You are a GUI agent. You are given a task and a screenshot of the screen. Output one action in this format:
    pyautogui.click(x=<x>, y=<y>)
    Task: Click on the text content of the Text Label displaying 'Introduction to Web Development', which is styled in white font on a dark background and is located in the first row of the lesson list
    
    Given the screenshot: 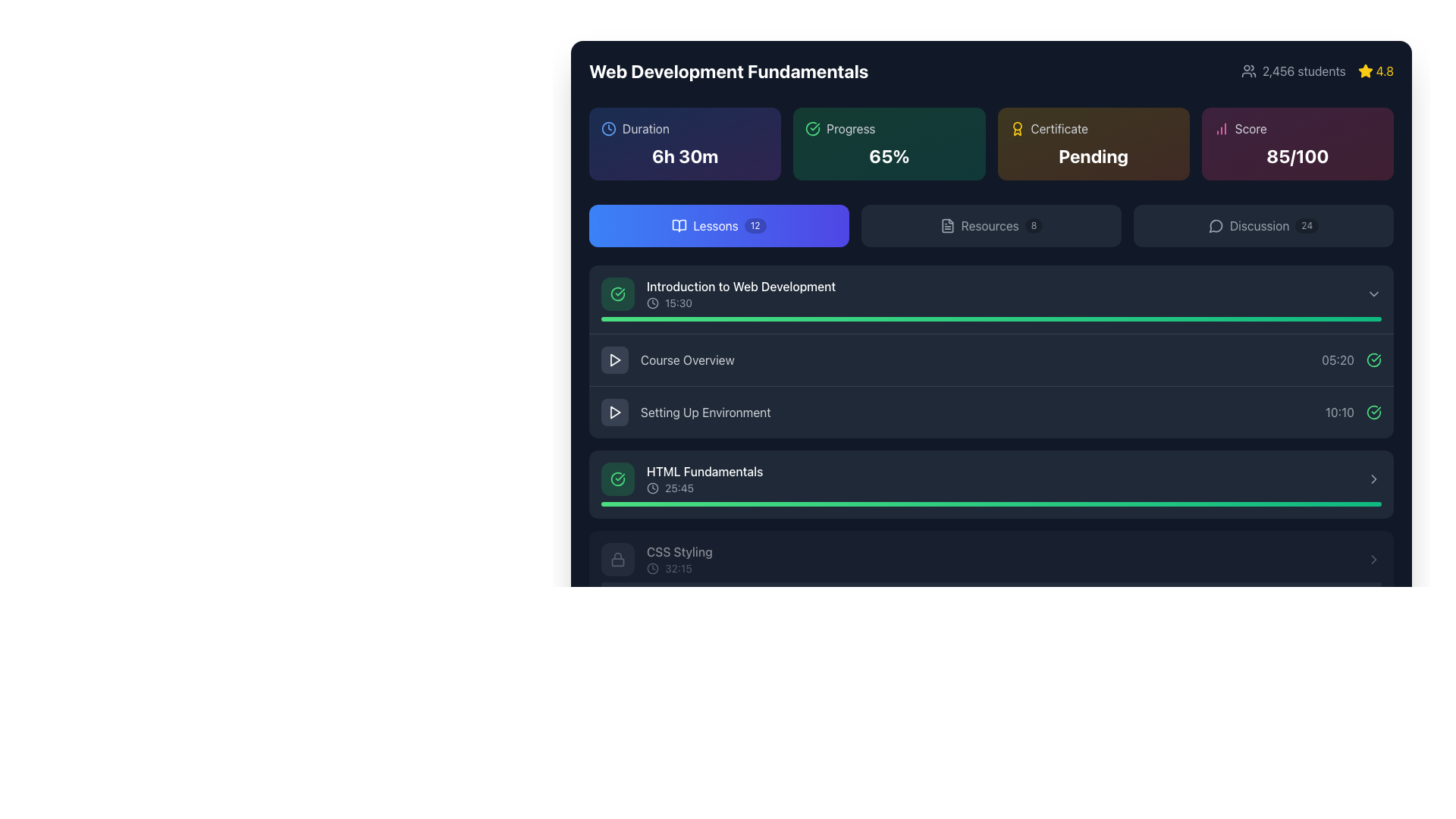 What is the action you would take?
    pyautogui.click(x=741, y=287)
    